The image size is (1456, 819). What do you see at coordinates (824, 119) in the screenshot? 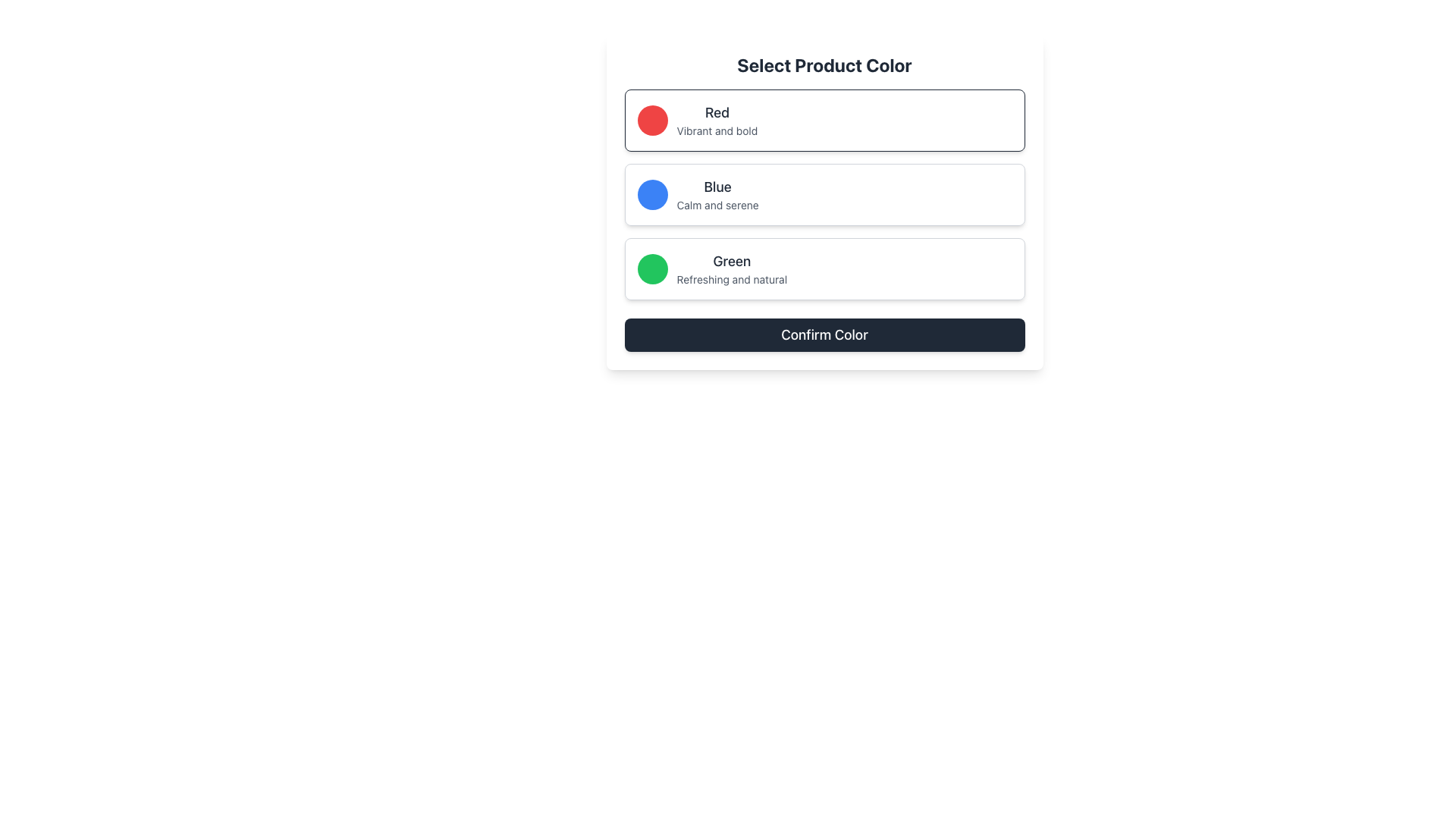
I see `the selectable list item that indicates the 'Red' color choice` at bounding box center [824, 119].